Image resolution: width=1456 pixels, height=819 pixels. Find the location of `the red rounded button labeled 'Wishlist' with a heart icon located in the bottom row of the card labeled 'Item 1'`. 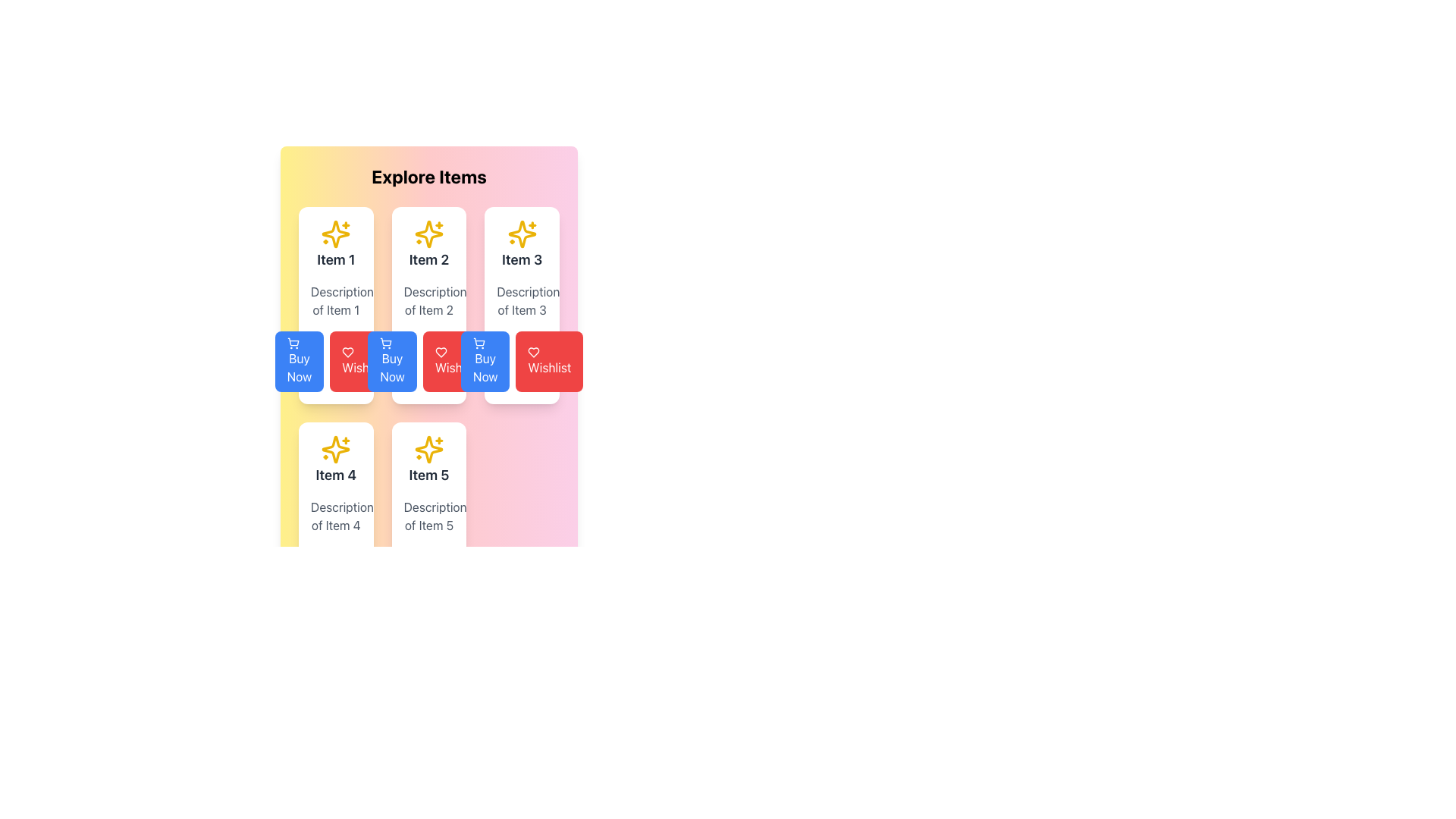

the red rounded button labeled 'Wishlist' with a heart icon located in the bottom row of the card labeled 'Item 1' is located at coordinates (335, 362).